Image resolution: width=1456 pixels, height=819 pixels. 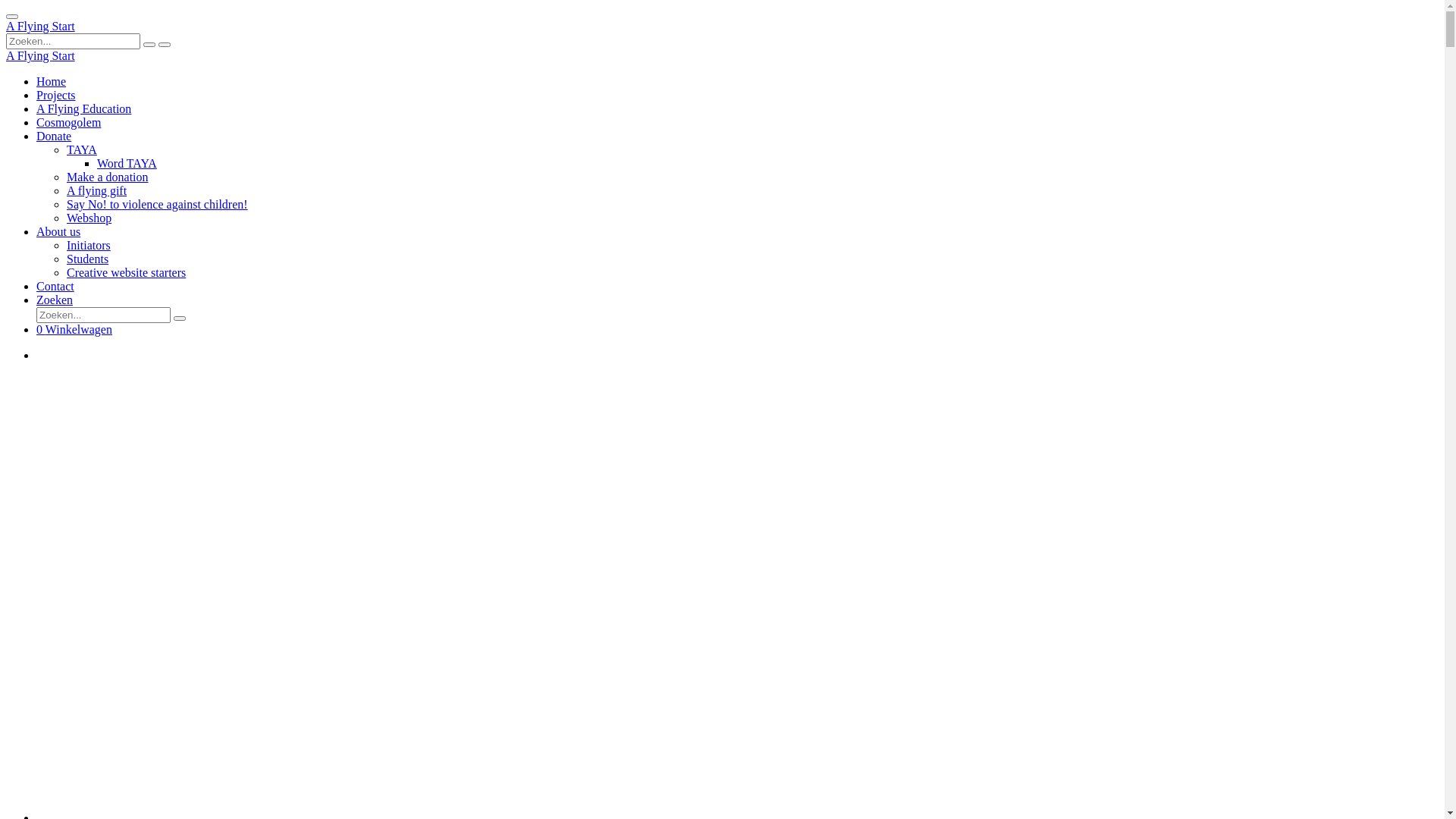 What do you see at coordinates (36, 121) in the screenshot?
I see `'Cosmogolem'` at bounding box center [36, 121].